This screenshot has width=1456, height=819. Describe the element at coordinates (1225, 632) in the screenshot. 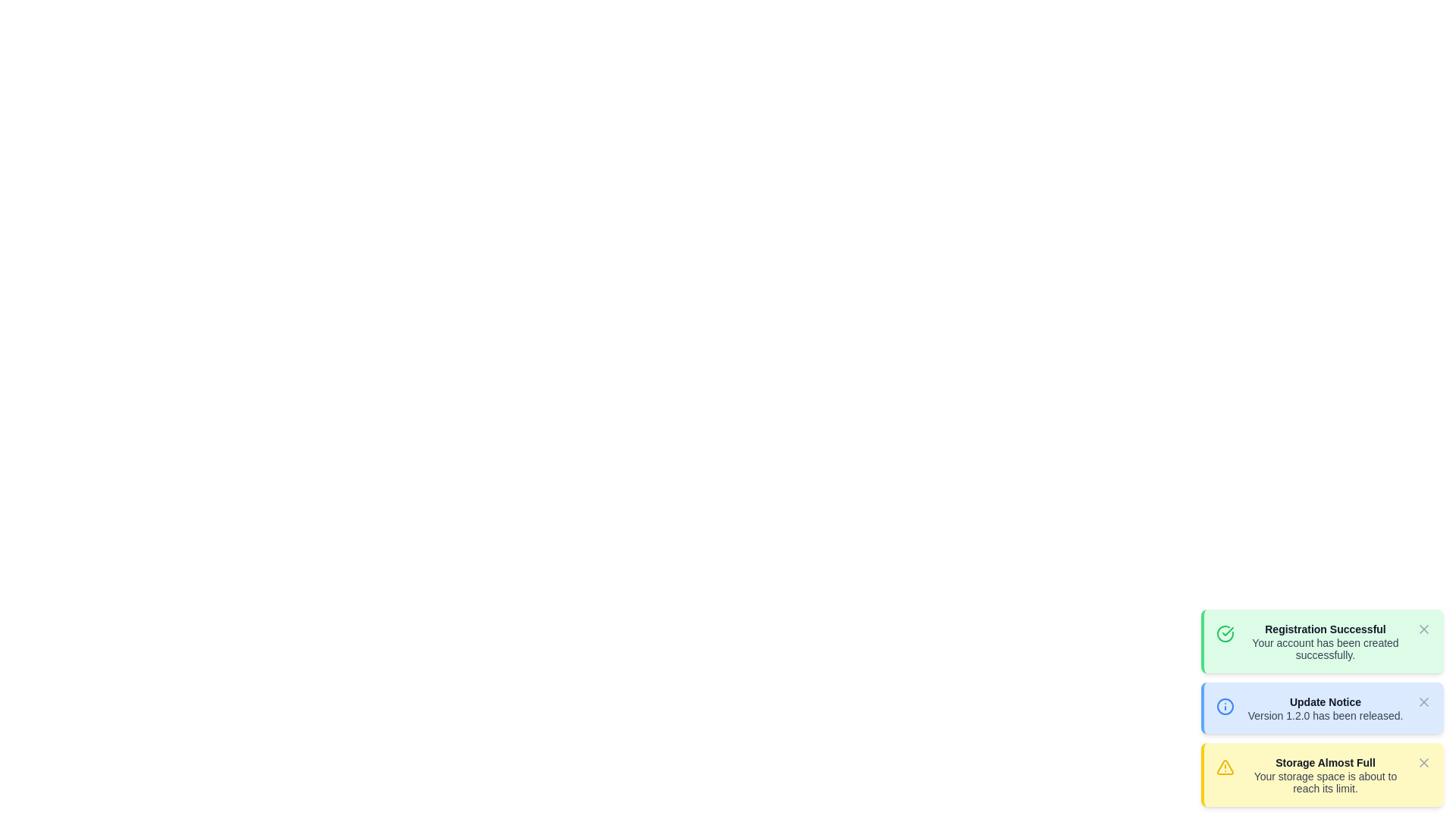

I see `the success icon indicating 'Your account has been created successfully' in the notification box titled 'Registration Successful'` at that location.